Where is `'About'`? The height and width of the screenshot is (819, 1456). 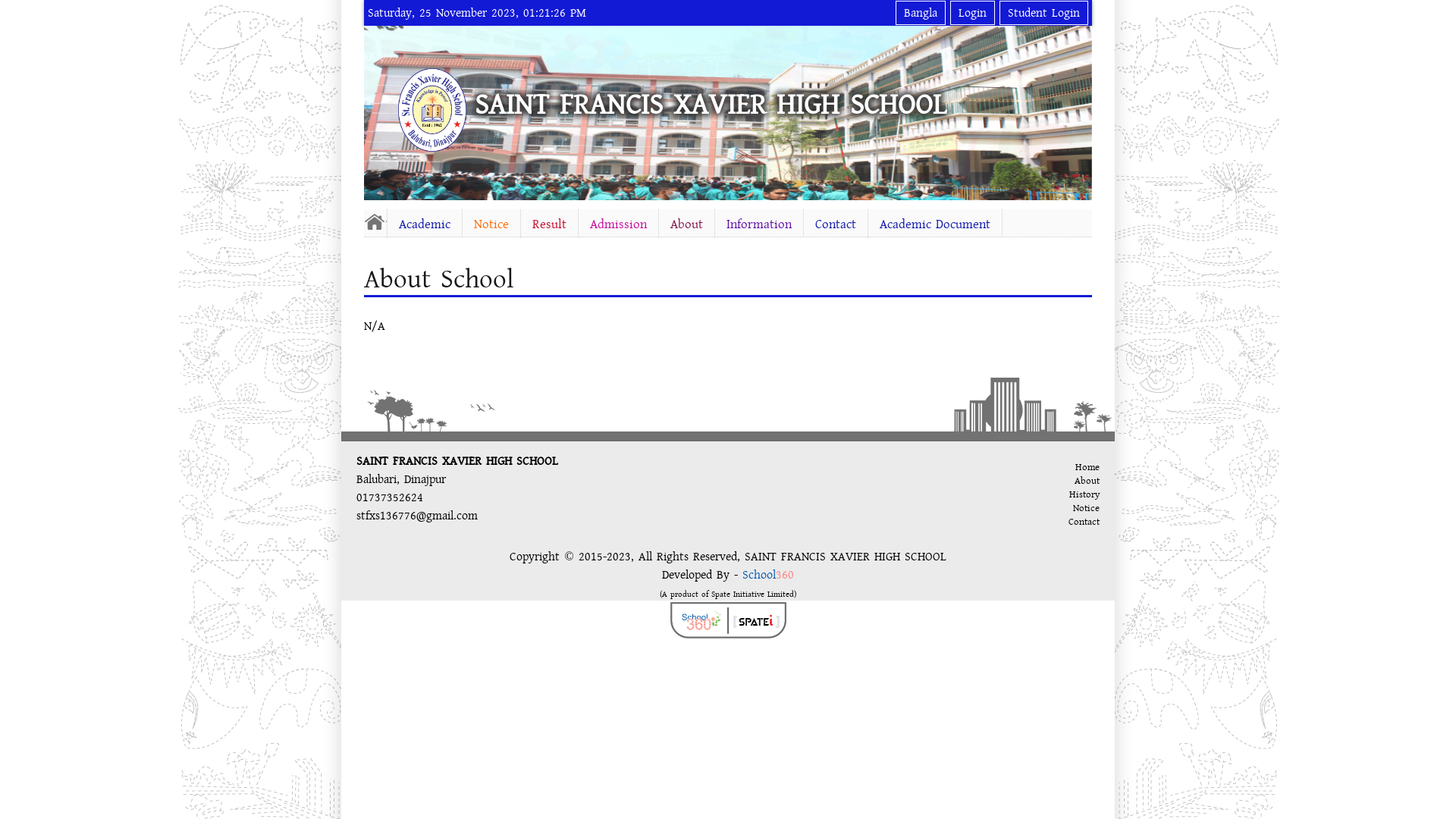
'About' is located at coordinates (686, 224).